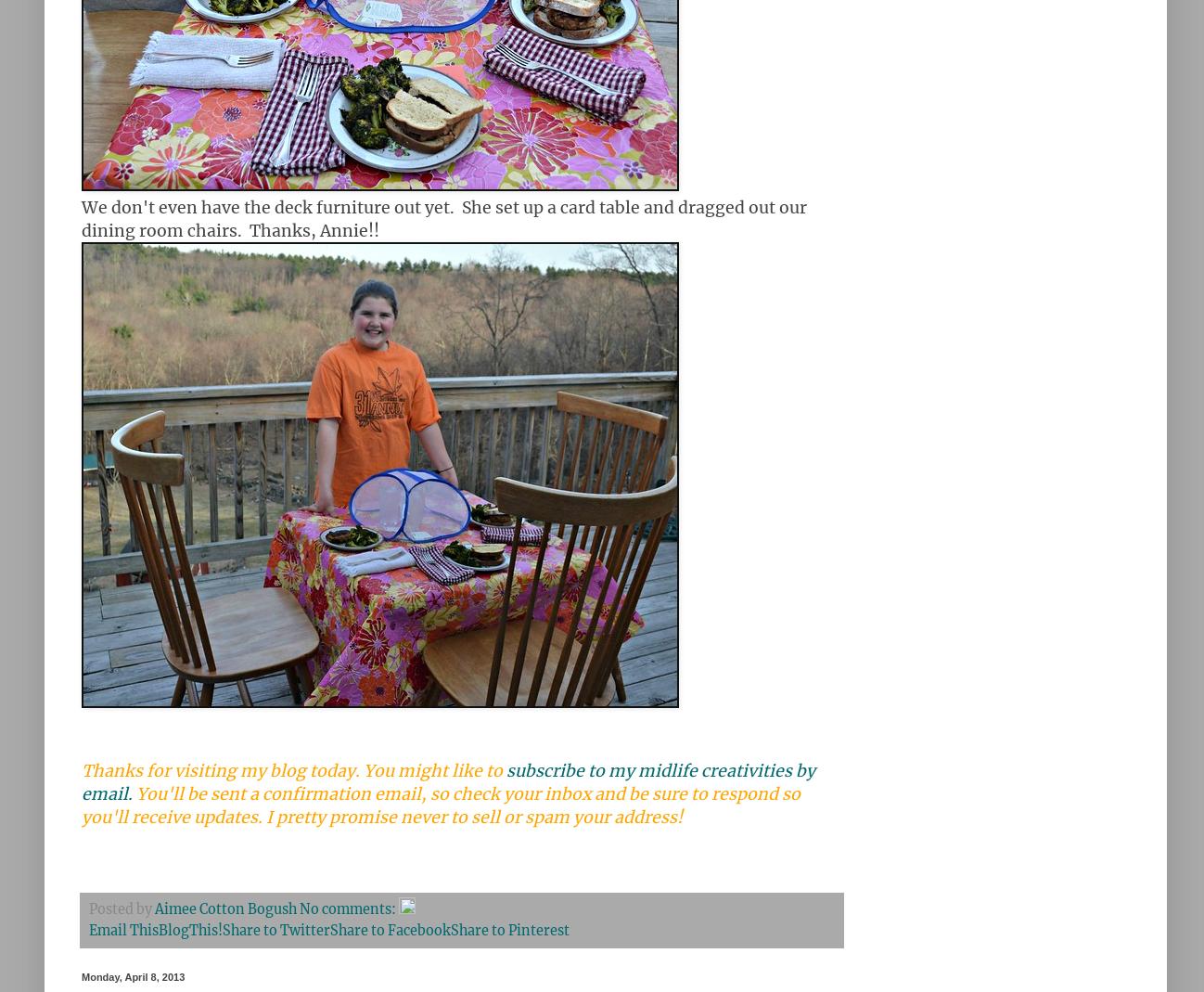 The image size is (1204, 992). Describe the element at coordinates (349, 908) in the screenshot. I see `'No comments:'` at that location.